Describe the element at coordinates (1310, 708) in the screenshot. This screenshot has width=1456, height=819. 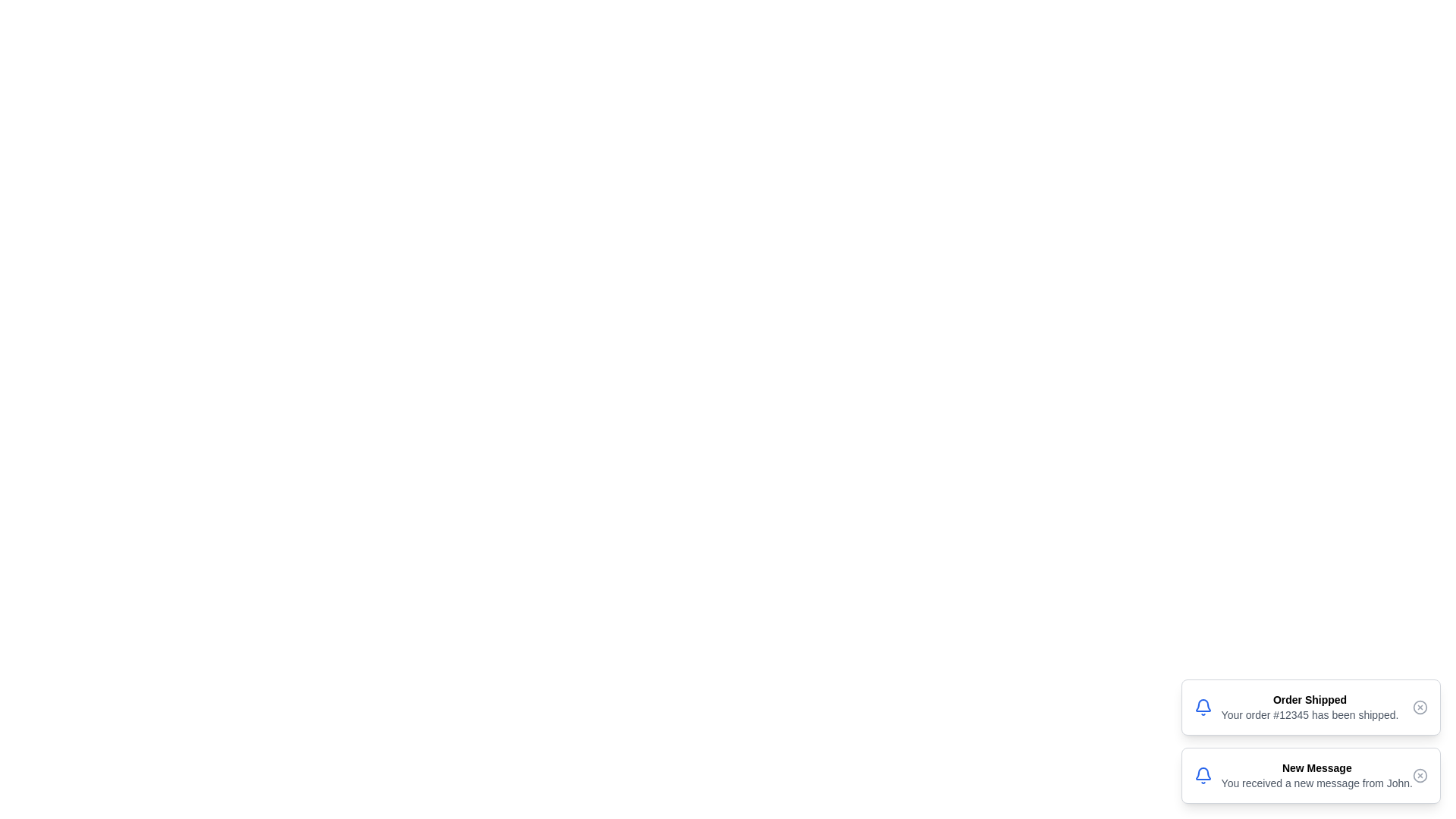
I see `the first notification for accessibility exploration` at that location.